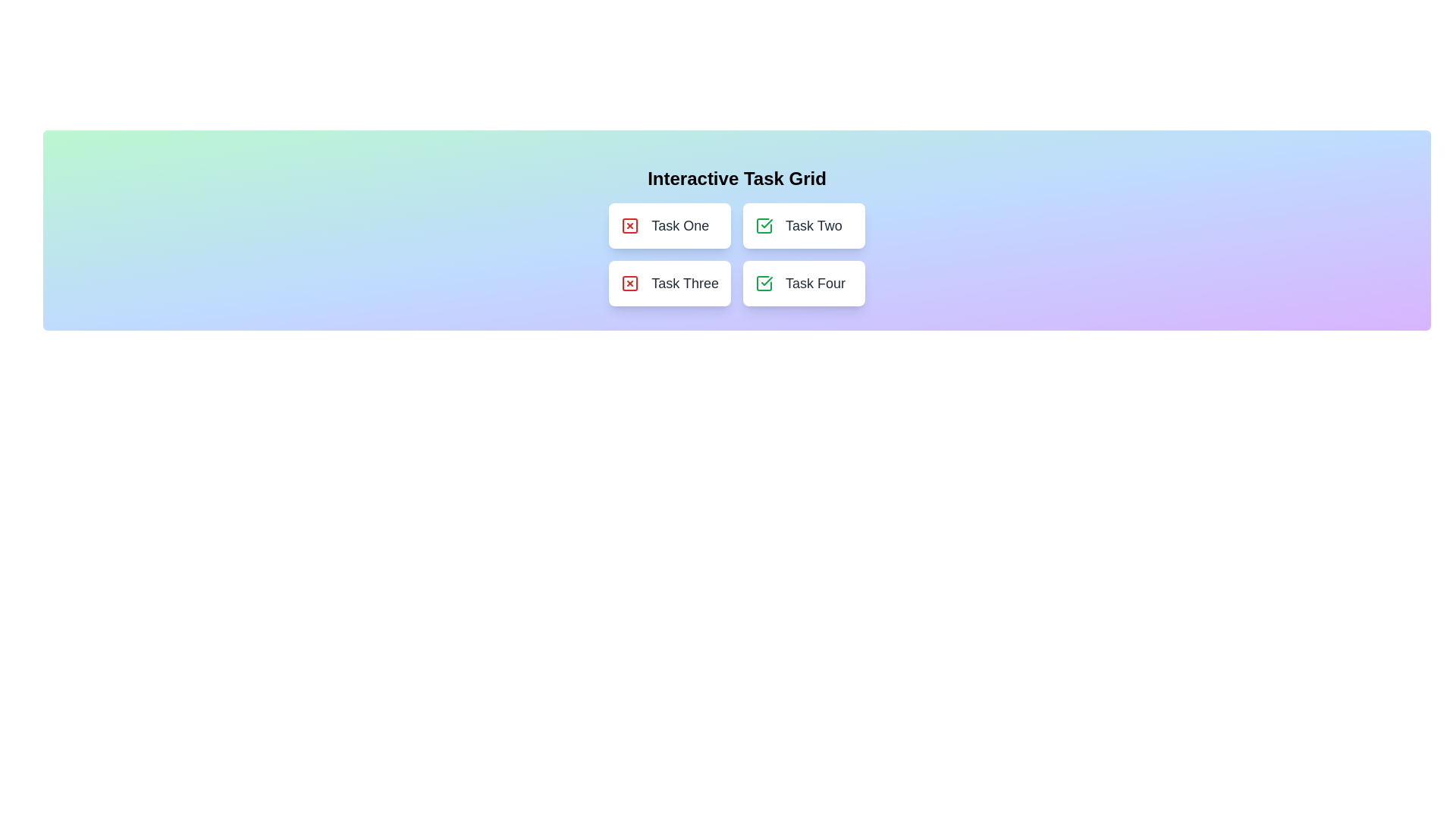 The width and height of the screenshot is (1456, 819). Describe the element at coordinates (803, 284) in the screenshot. I see `the button corresponding to Task Four to toggle its status` at that location.